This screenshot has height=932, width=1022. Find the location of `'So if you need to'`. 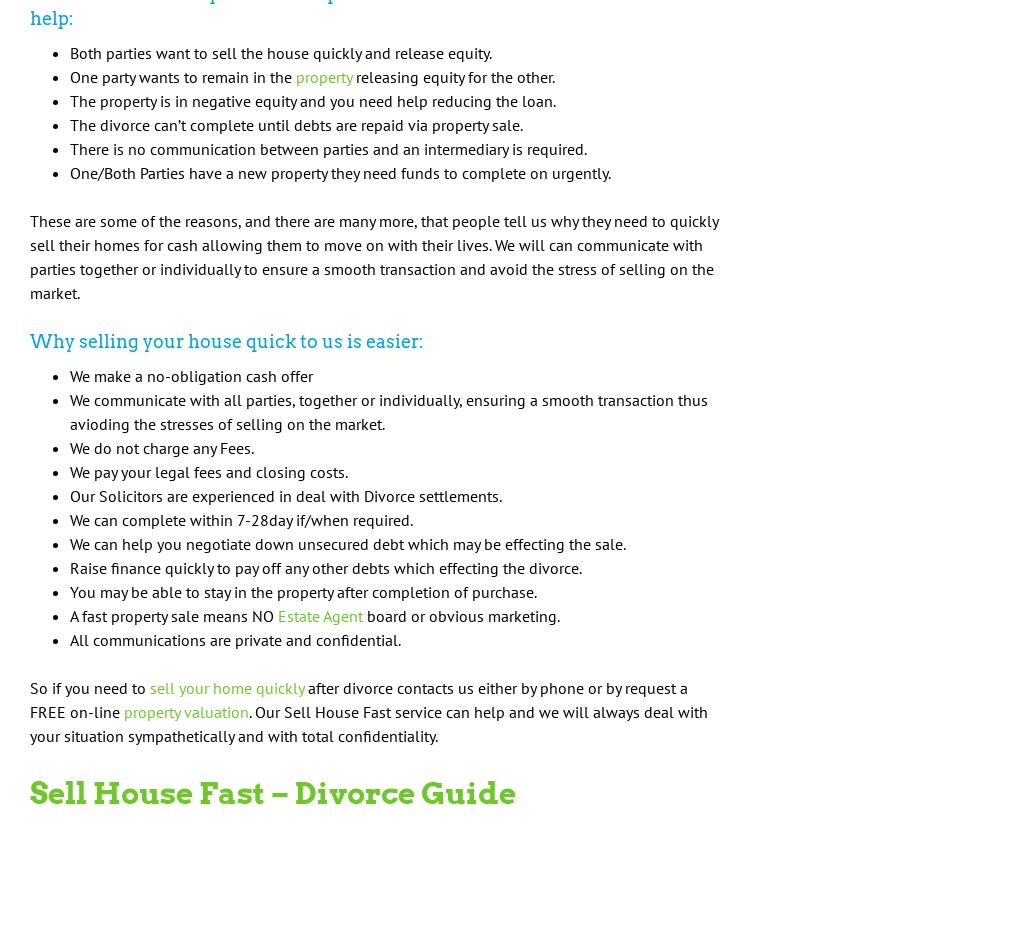

'So if you need to' is located at coordinates (89, 688).